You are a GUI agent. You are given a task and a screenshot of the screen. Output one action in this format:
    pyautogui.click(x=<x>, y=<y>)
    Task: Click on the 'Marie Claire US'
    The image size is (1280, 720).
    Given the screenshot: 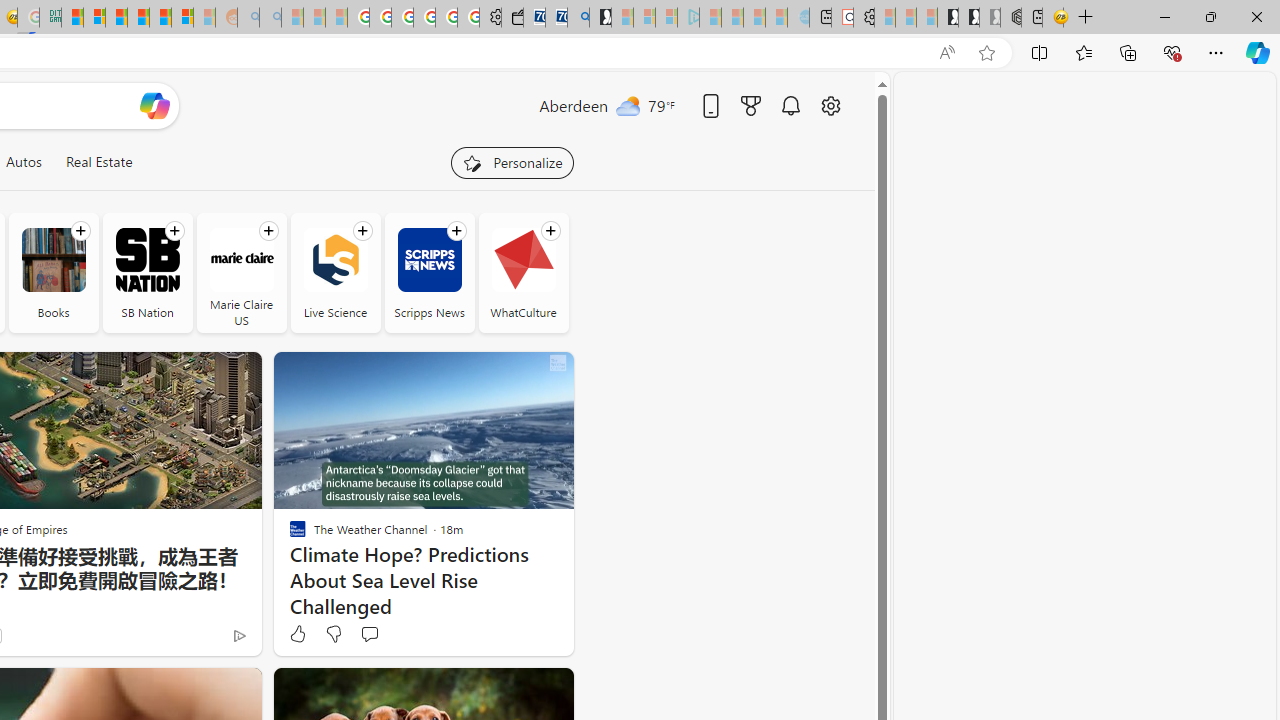 What is the action you would take?
    pyautogui.click(x=240, y=272)
    